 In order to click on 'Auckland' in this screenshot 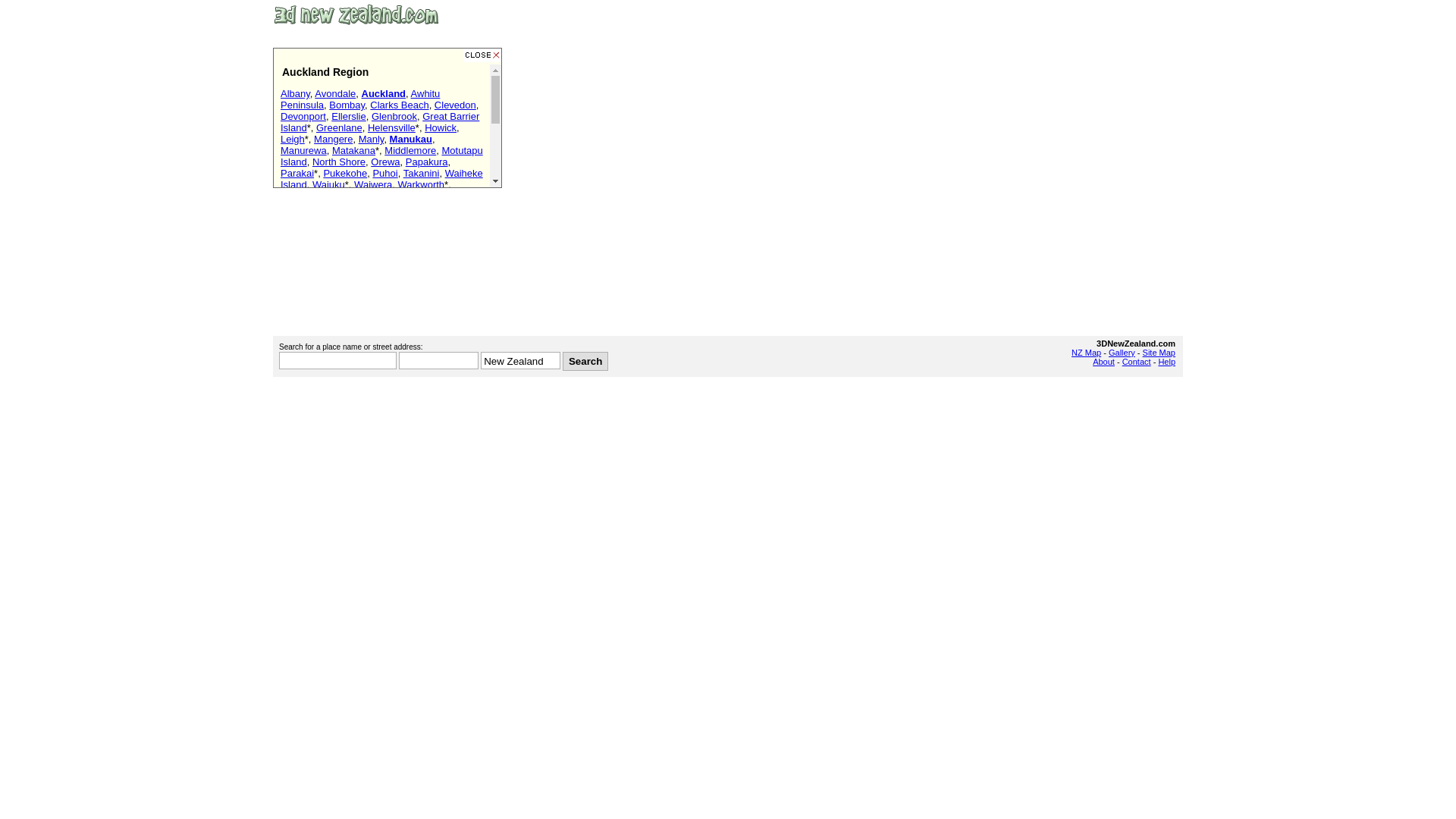, I will do `click(384, 93)`.